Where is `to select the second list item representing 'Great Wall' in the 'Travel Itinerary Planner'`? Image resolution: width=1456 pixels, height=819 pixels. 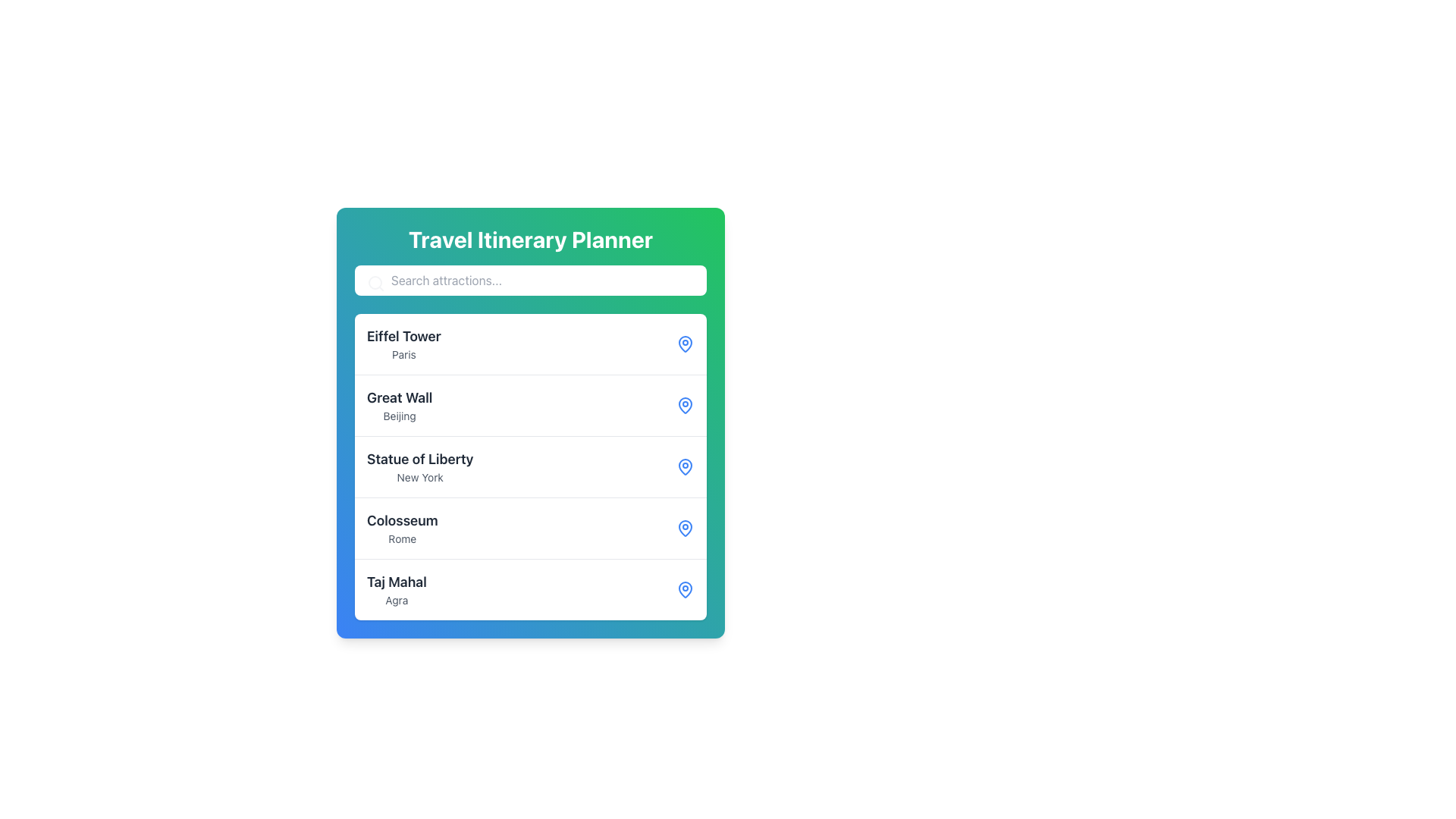
to select the second list item representing 'Great Wall' in the 'Travel Itinerary Planner' is located at coordinates (531, 403).